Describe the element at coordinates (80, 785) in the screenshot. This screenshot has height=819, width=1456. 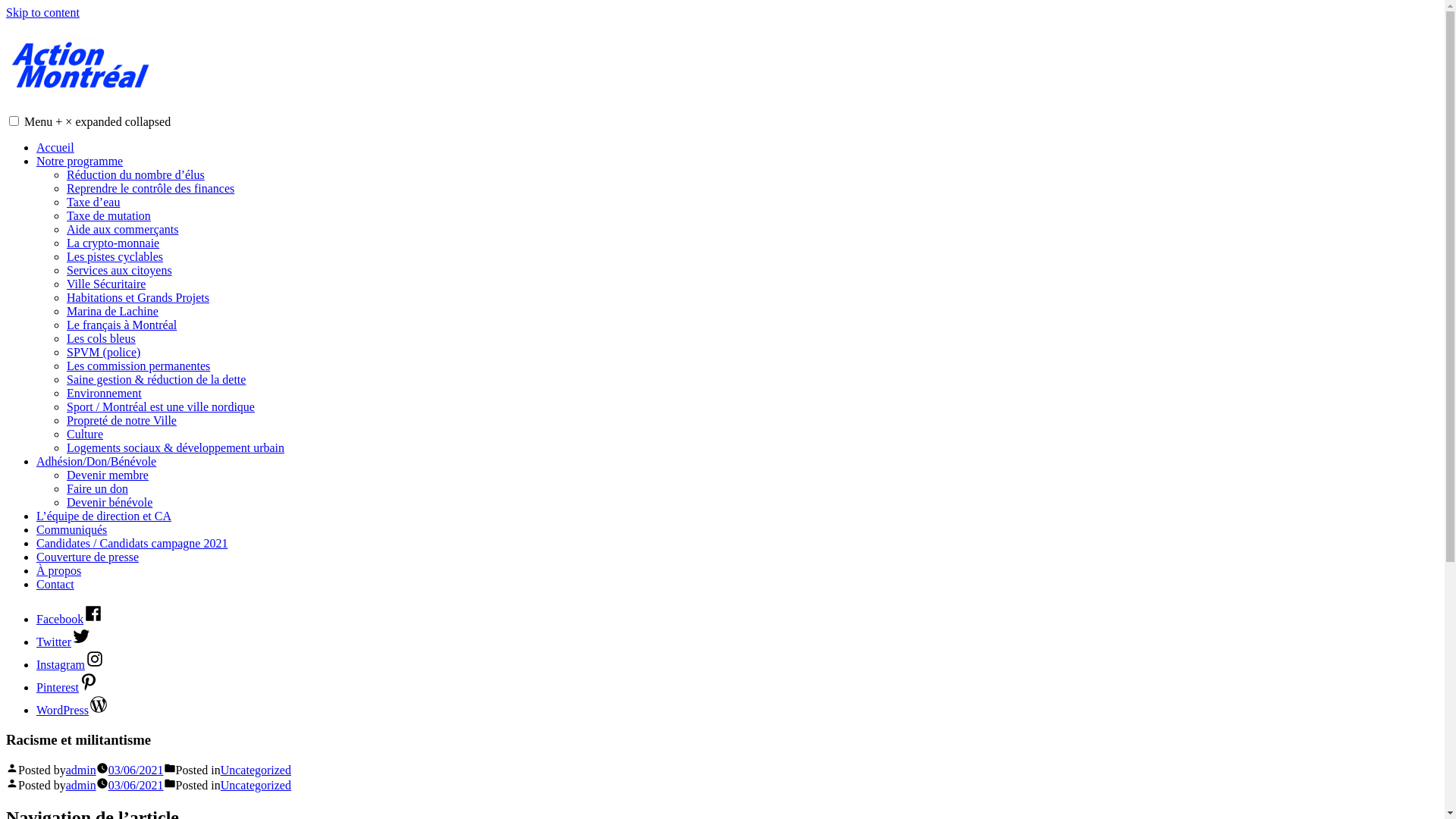
I see `'admin'` at that location.